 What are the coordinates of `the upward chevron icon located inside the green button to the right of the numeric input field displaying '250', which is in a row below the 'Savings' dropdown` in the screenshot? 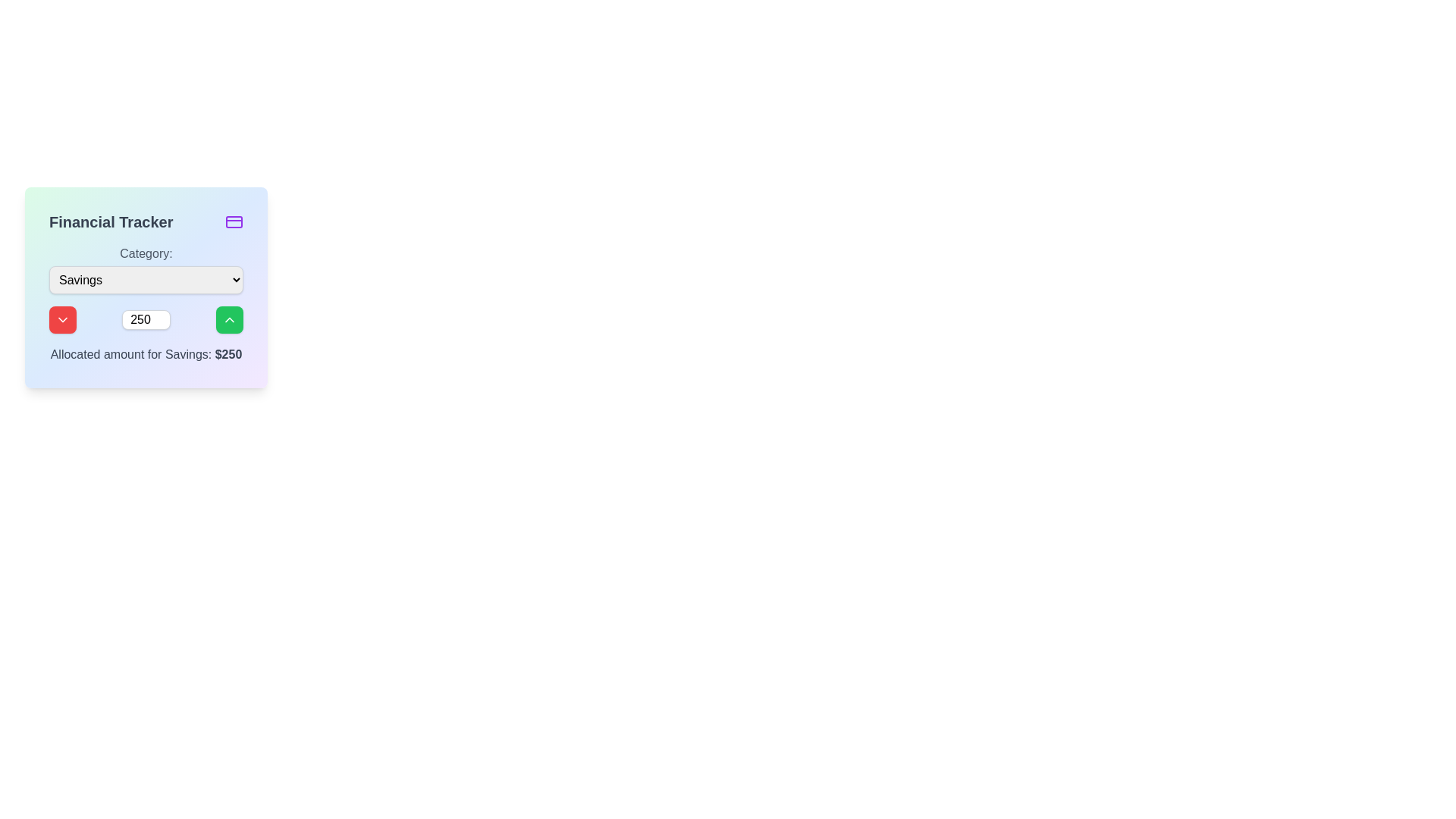 It's located at (228, 318).